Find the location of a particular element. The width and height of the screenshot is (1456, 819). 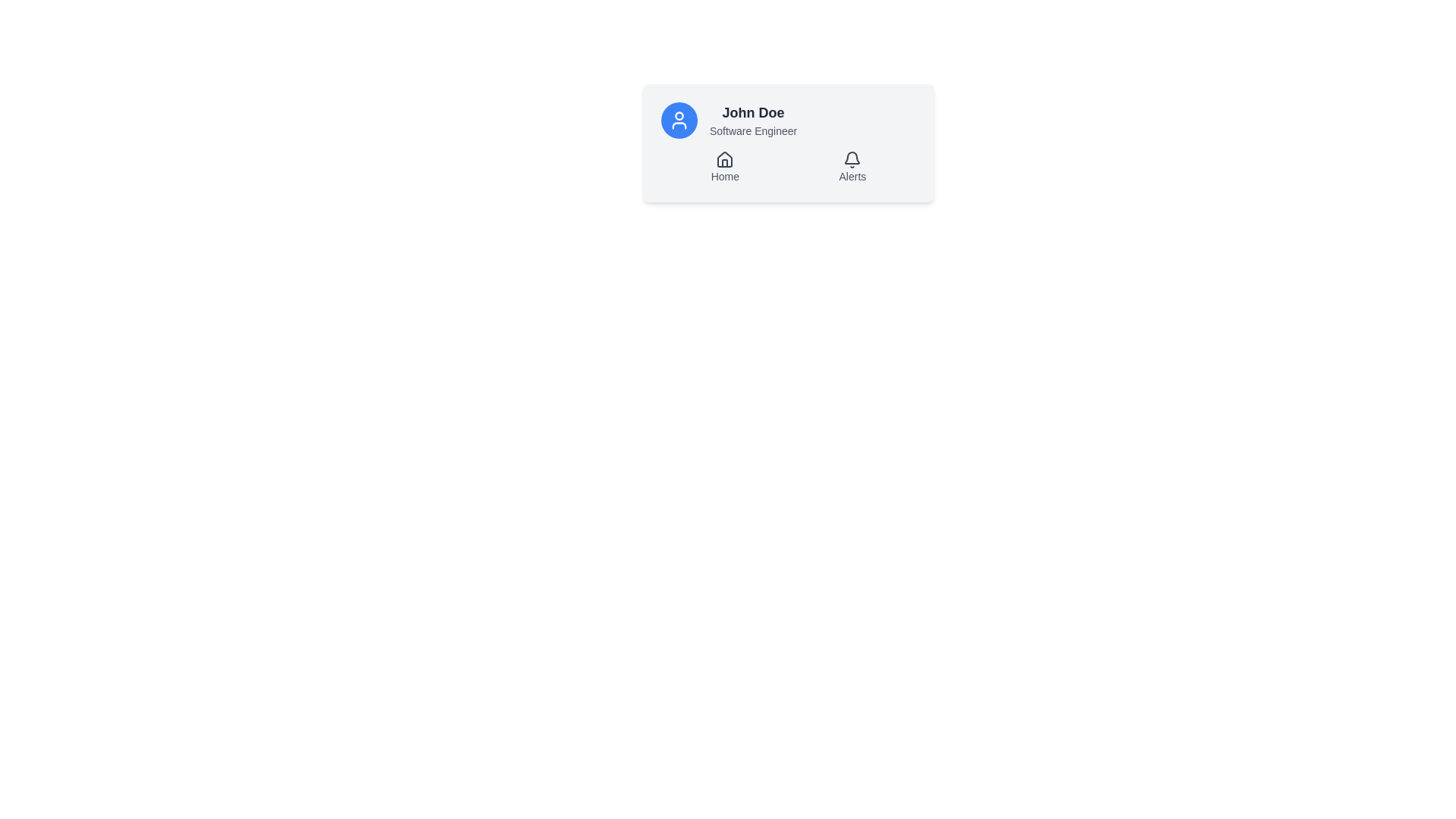

the circular profile icon button located to the left of the 'John Doe' text is located at coordinates (679, 119).